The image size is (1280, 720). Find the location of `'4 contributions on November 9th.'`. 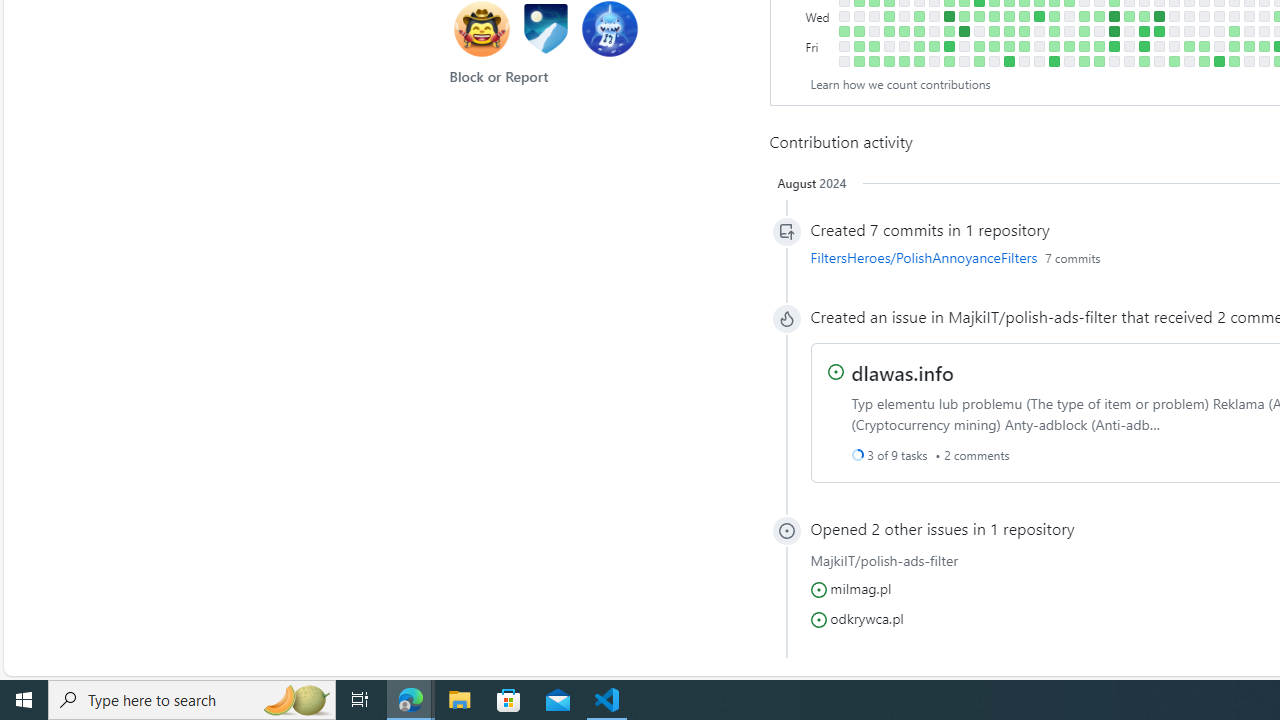

'4 contributions on November 9th.' is located at coordinates (1009, 31).